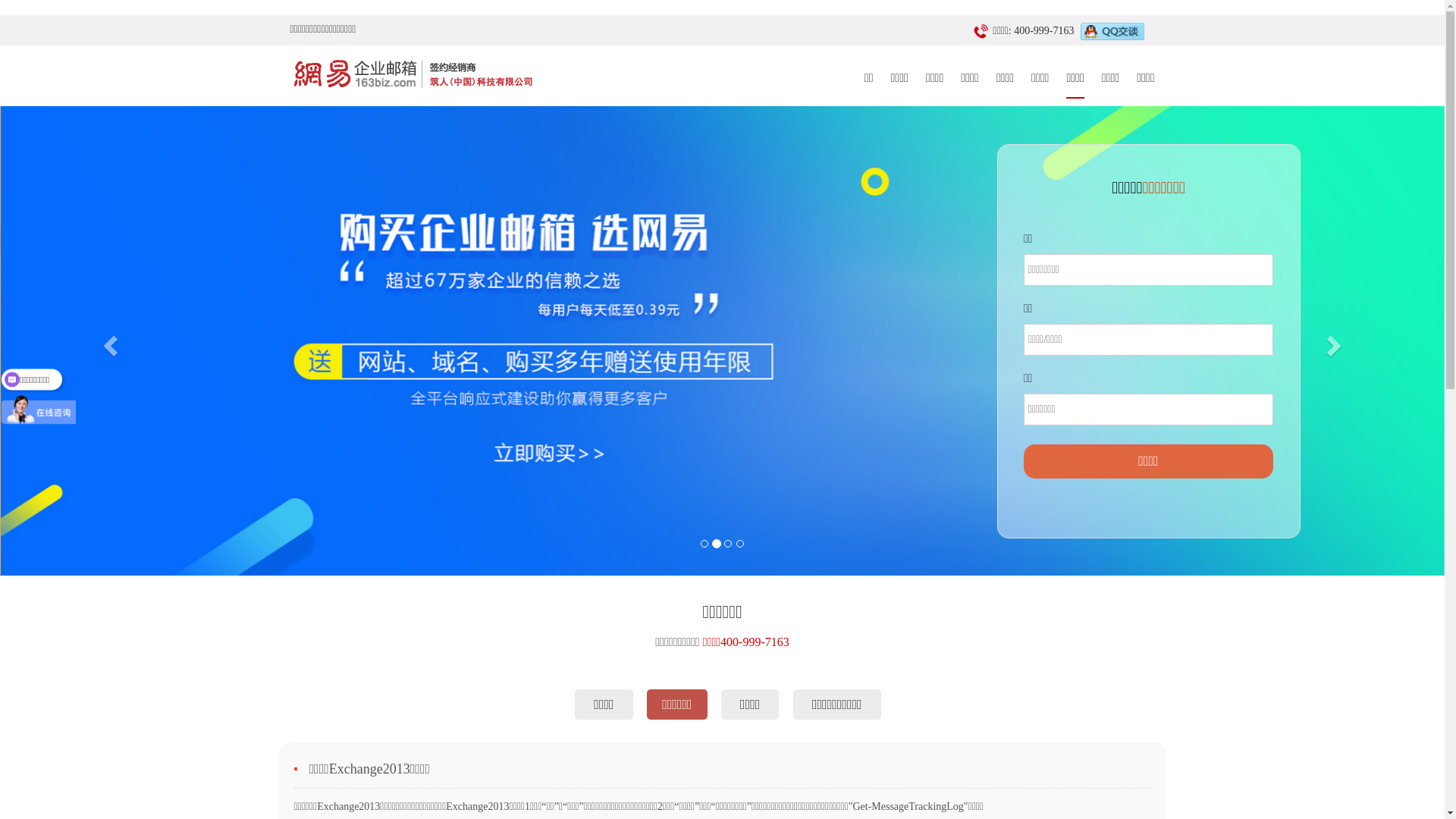 The image size is (1456, 819). I want to click on 'Next', so click(1335, 340).